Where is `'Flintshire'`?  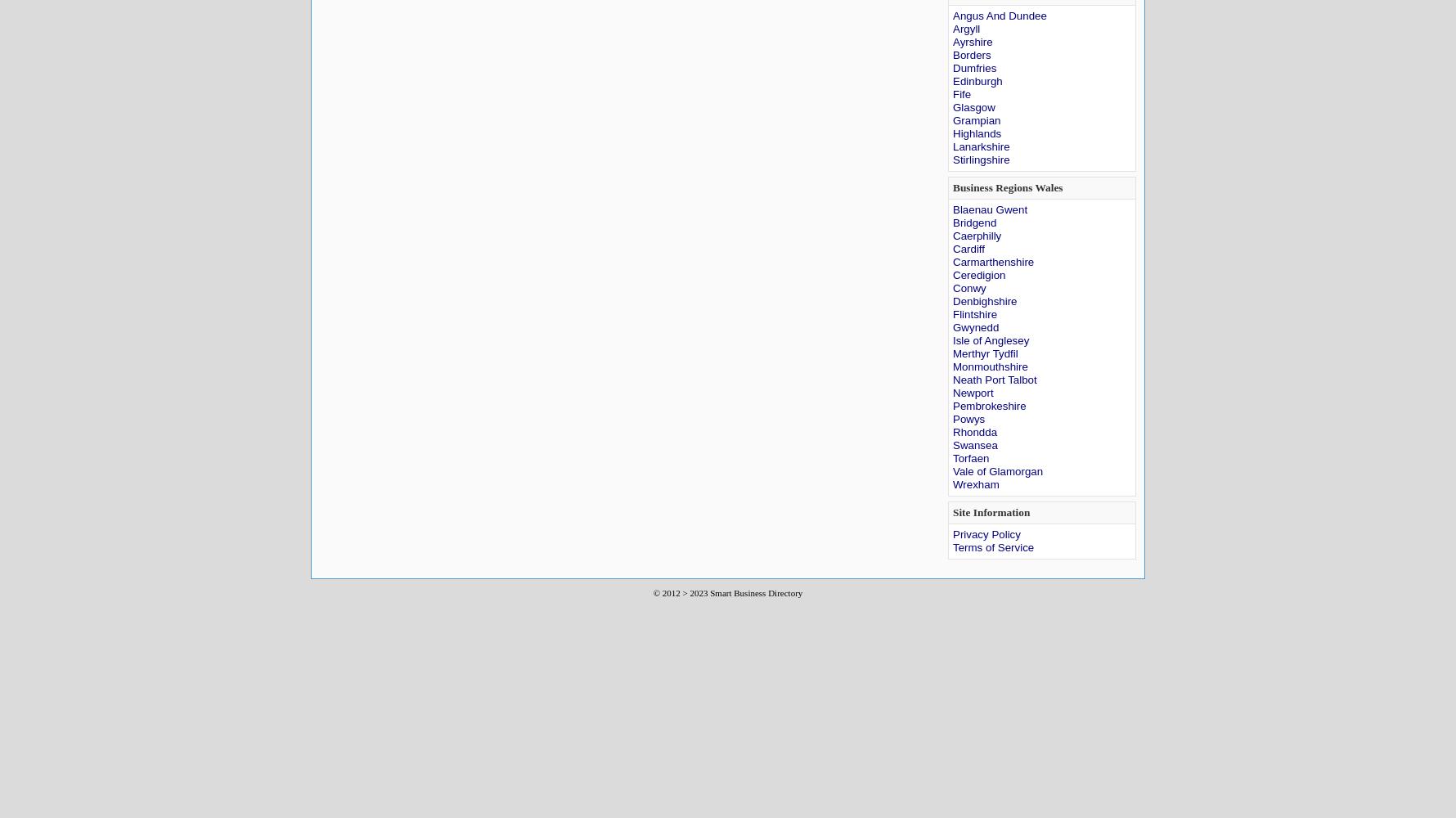
'Flintshire' is located at coordinates (975, 314).